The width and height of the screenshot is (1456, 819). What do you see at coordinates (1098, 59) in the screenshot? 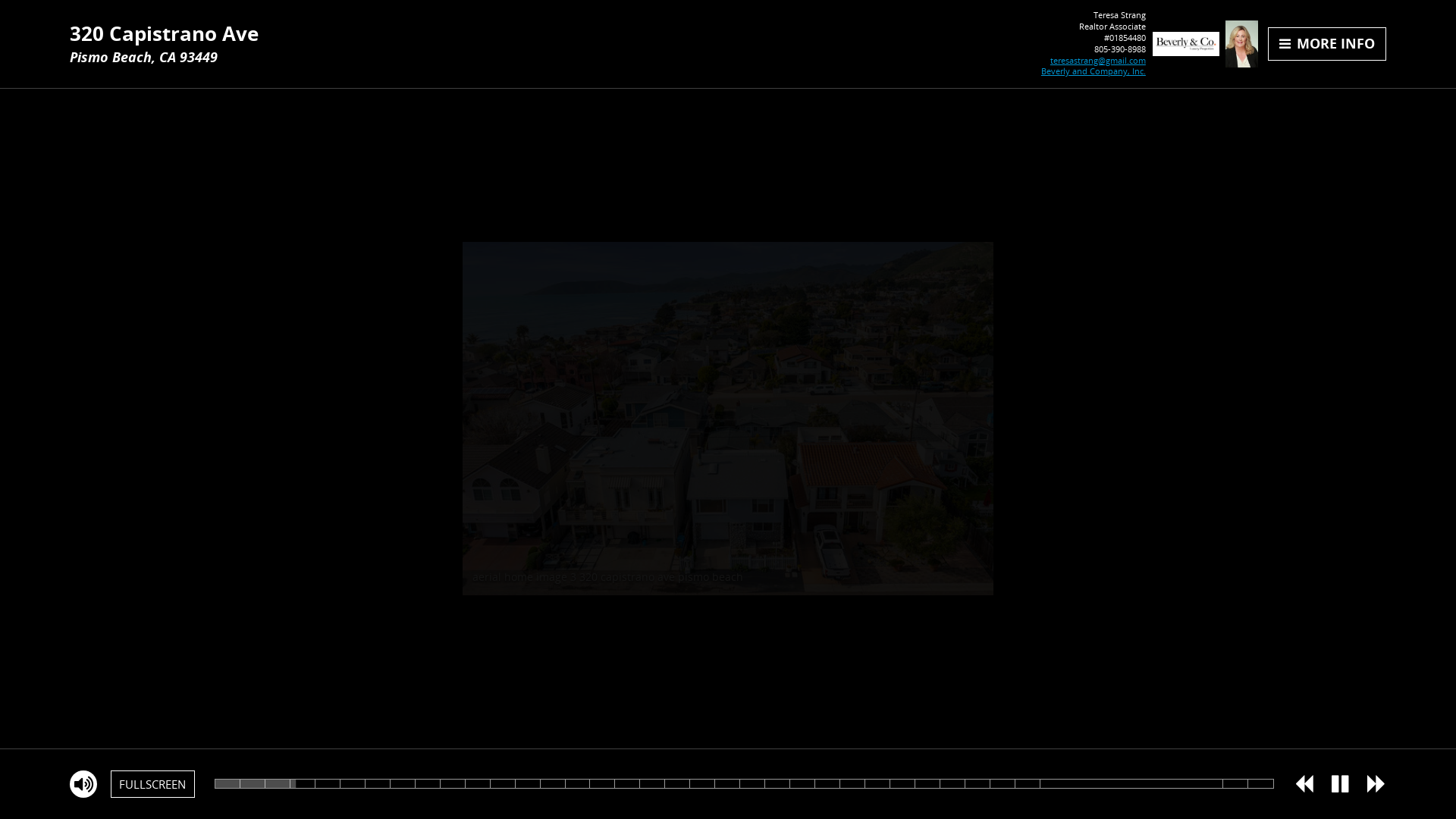
I see `'teresastrang@gmail.com'` at bounding box center [1098, 59].